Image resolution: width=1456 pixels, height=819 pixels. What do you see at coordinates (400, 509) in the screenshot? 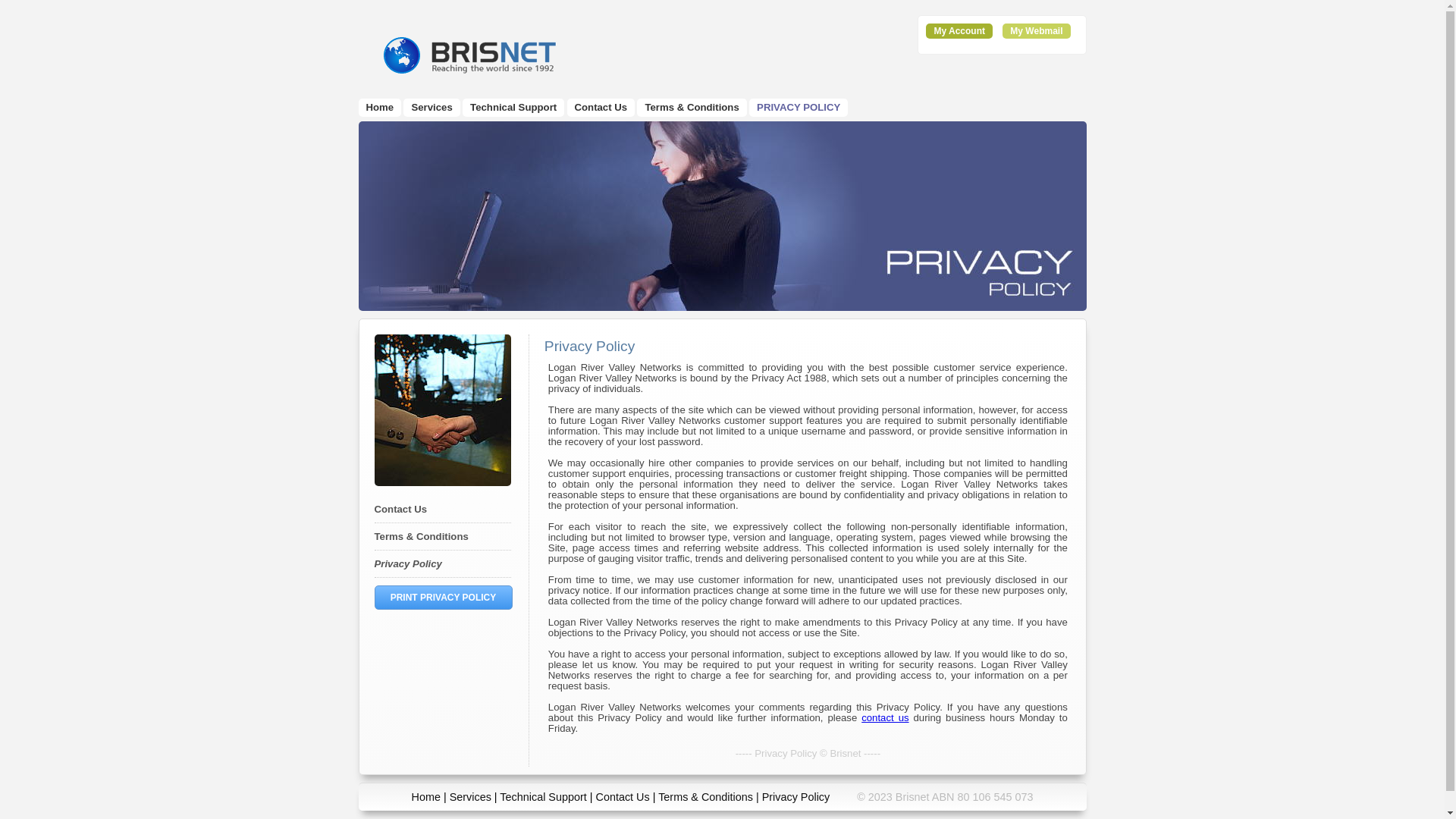
I see `'Contact Us'` at bounding box center [400, 509].